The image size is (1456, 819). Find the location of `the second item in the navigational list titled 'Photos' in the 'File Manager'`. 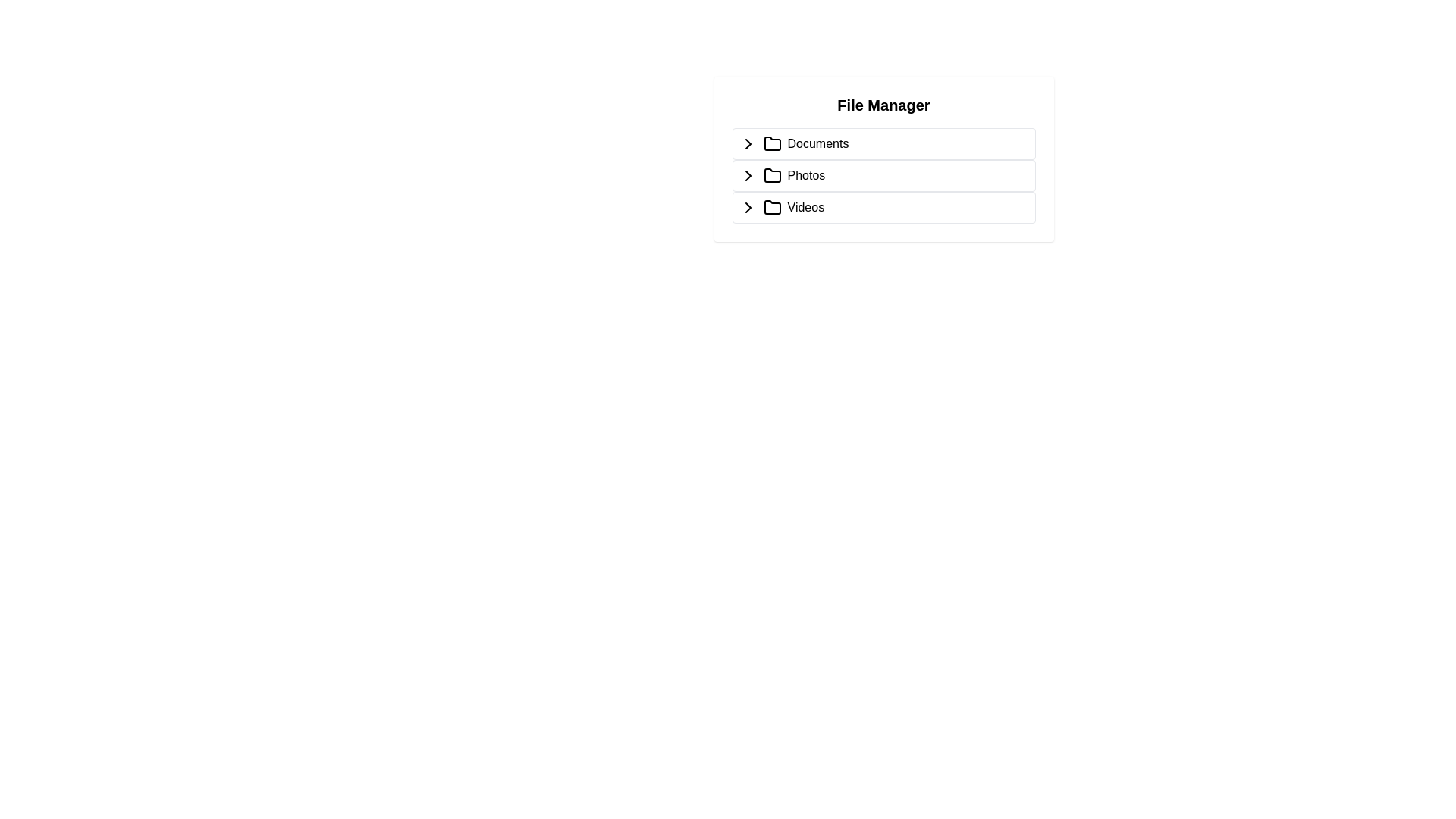

the second item in the navigational list titled 'Photos' in the 'File Manager' is located at coordinates (883, 174).